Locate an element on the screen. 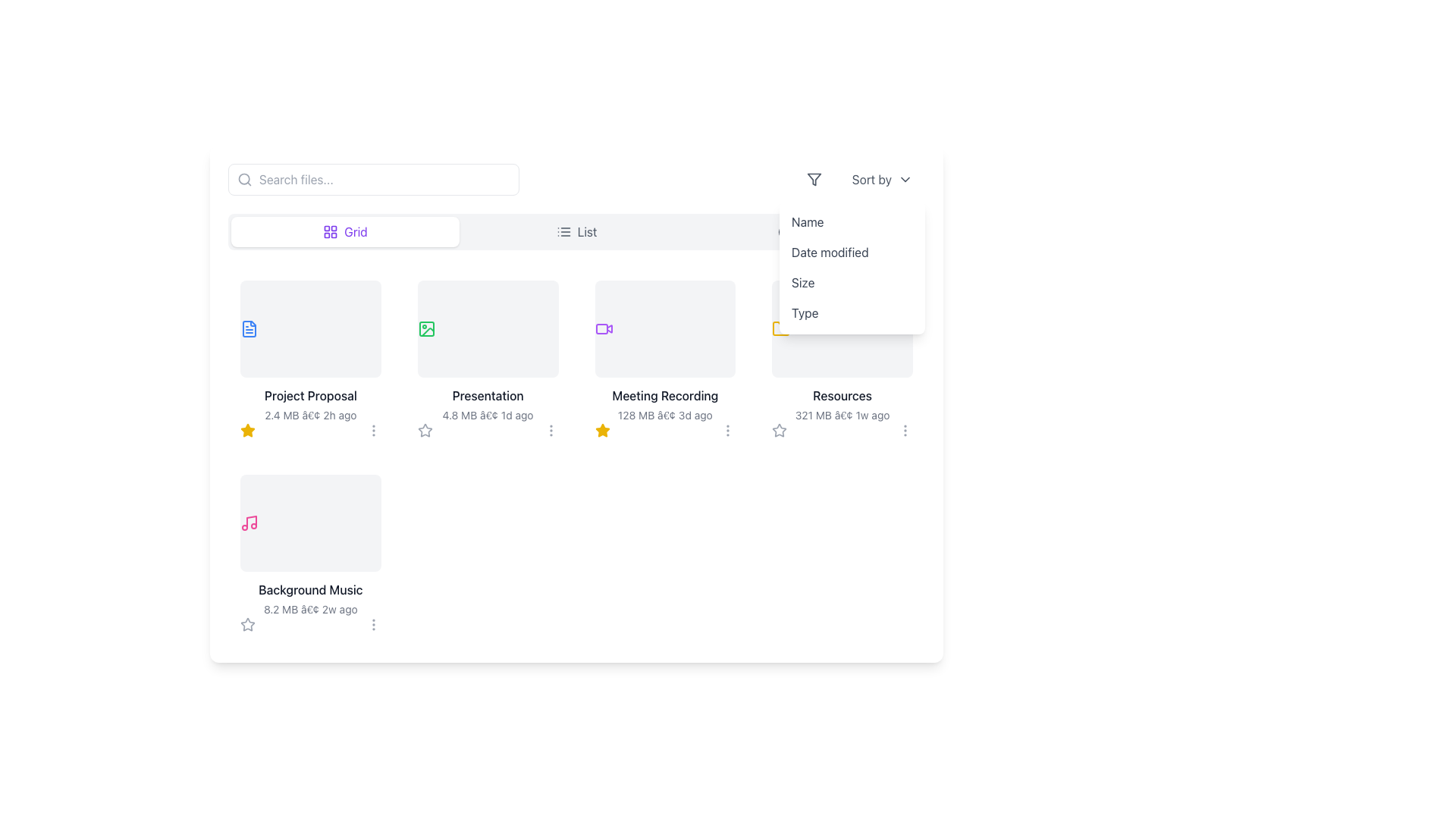 The width and height of the screenshot is (1456, 819). the static text label displaying '2.4 MB • 2h ago', which is located directly beneath the 'Project Proposal' label, providing details about the file size and last modification time is located at coordinates (309, 415).